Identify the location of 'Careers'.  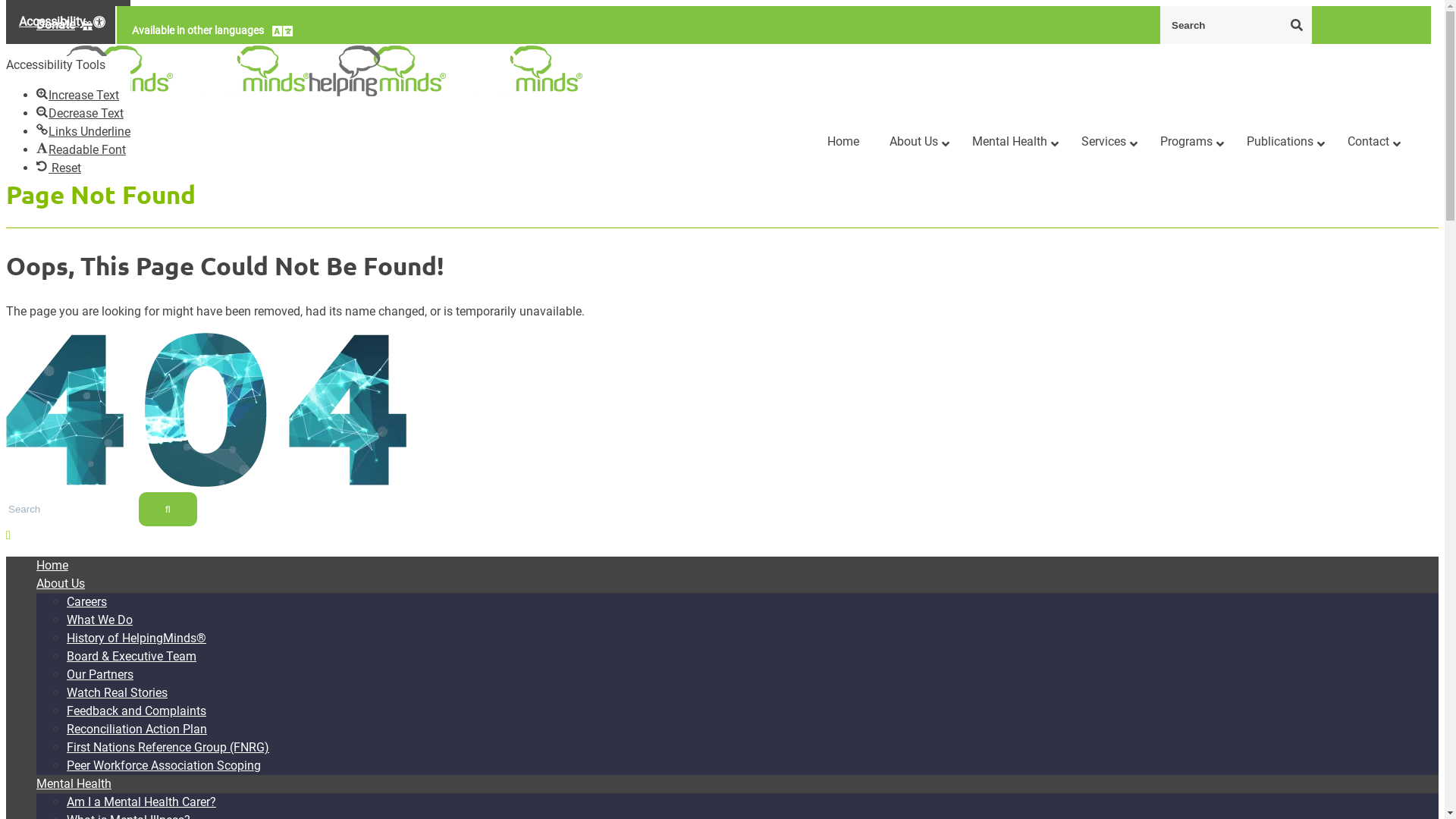
(86, 601).